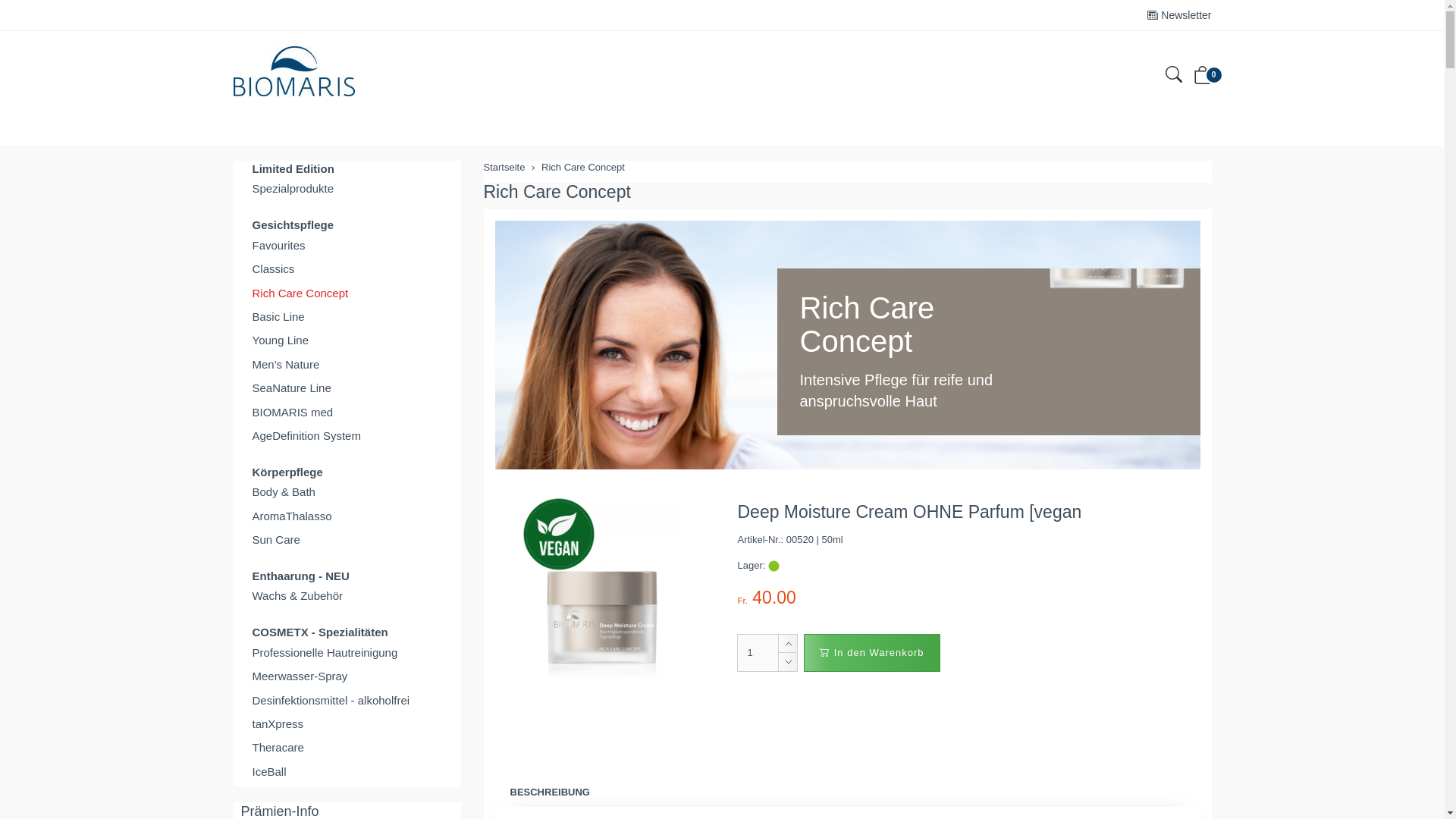 Image resolution: width=1456 pixels, height=819 pixels. I want to click on 'Classics', so click(240, 268).